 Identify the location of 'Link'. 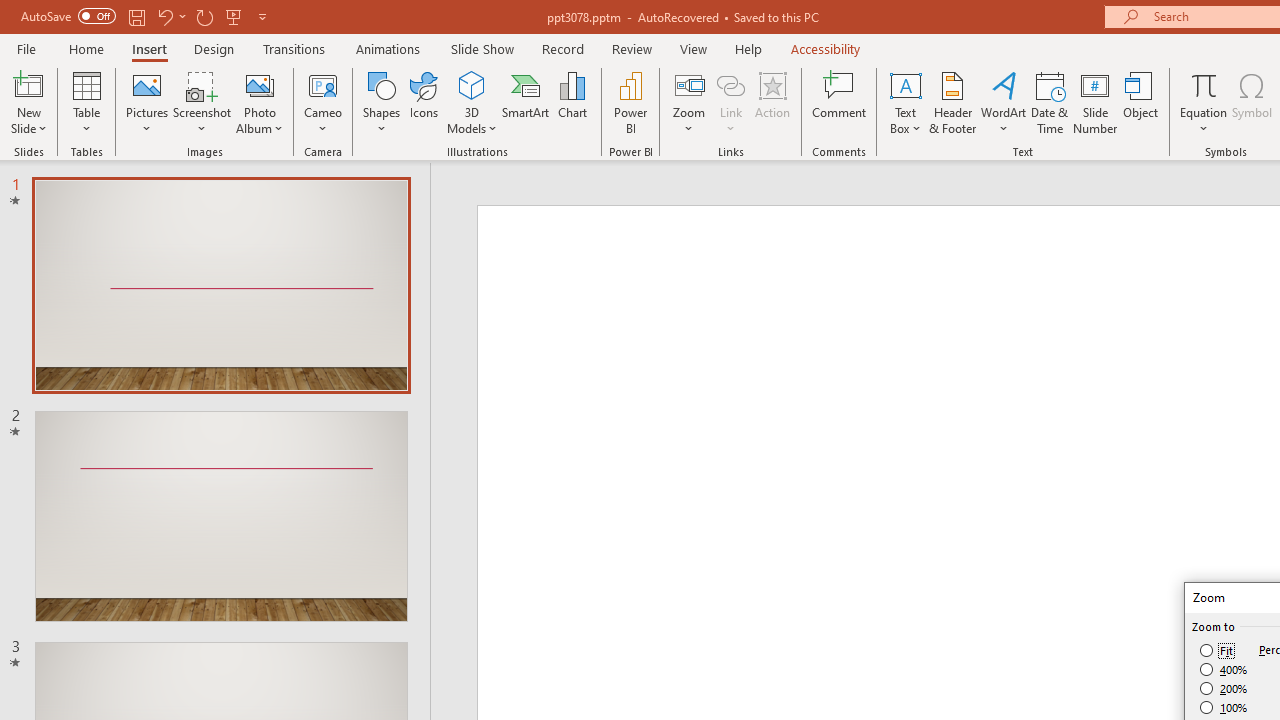
(730, 84).